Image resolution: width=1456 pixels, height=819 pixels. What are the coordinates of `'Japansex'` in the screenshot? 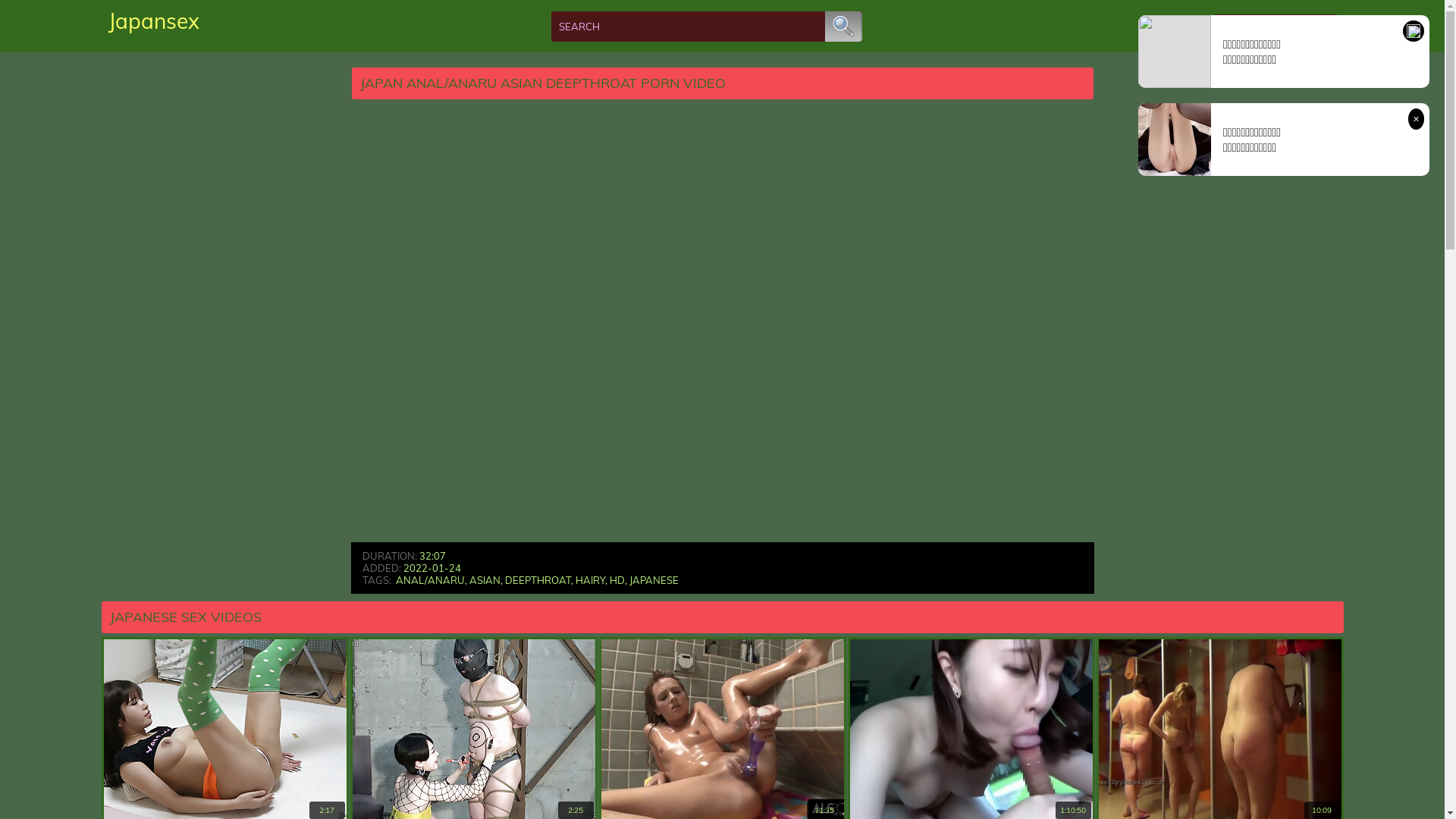 It's located at (152, 20).